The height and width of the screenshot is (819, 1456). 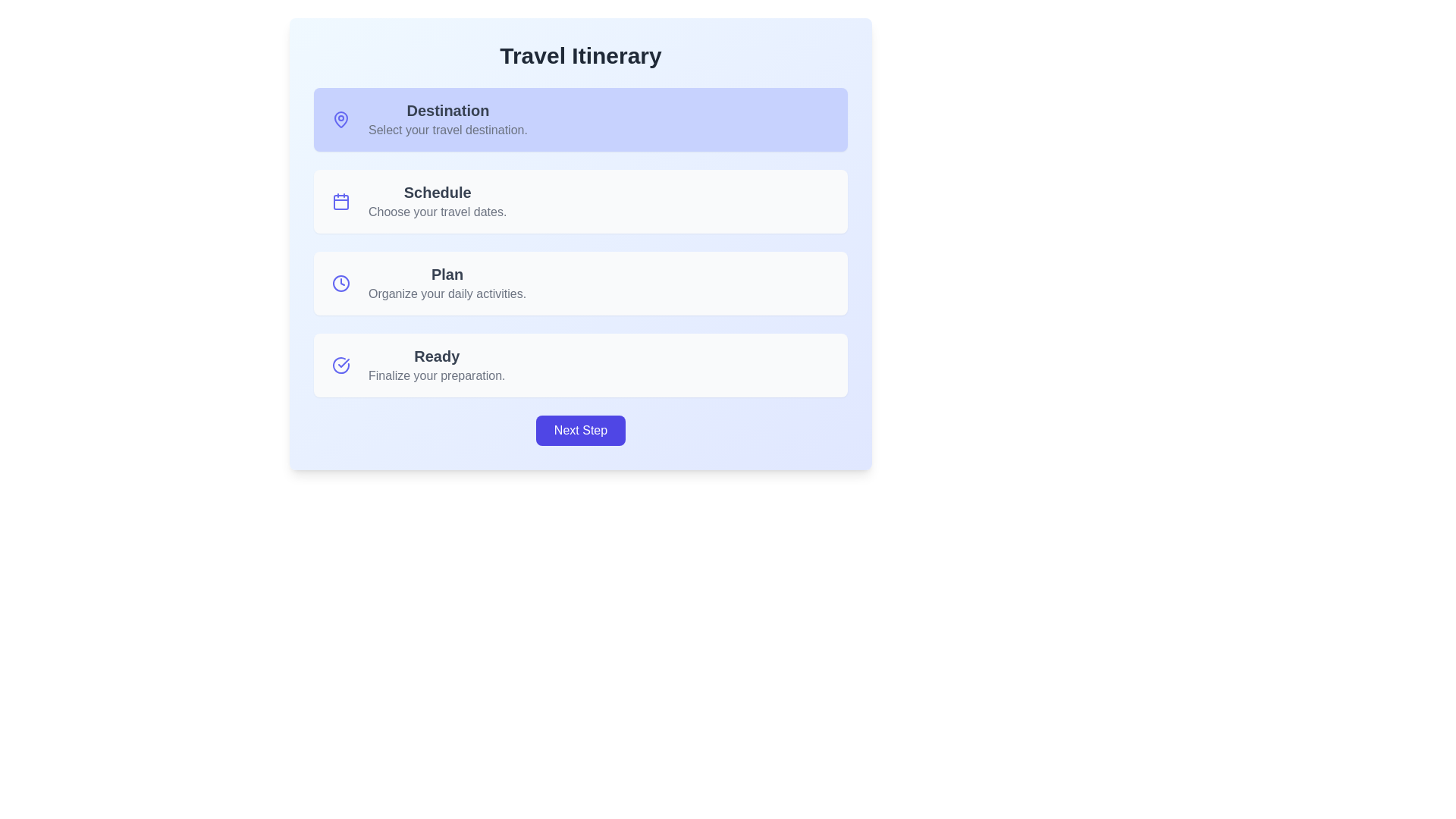 What do you see at coordinates (340, 366) in the screenshot?
I see `the outer curved segment of the circular icon representing completion or readiness, located in the fourth row of the vertical list labeled 'Ready.'` at bounding box center [340, 366].